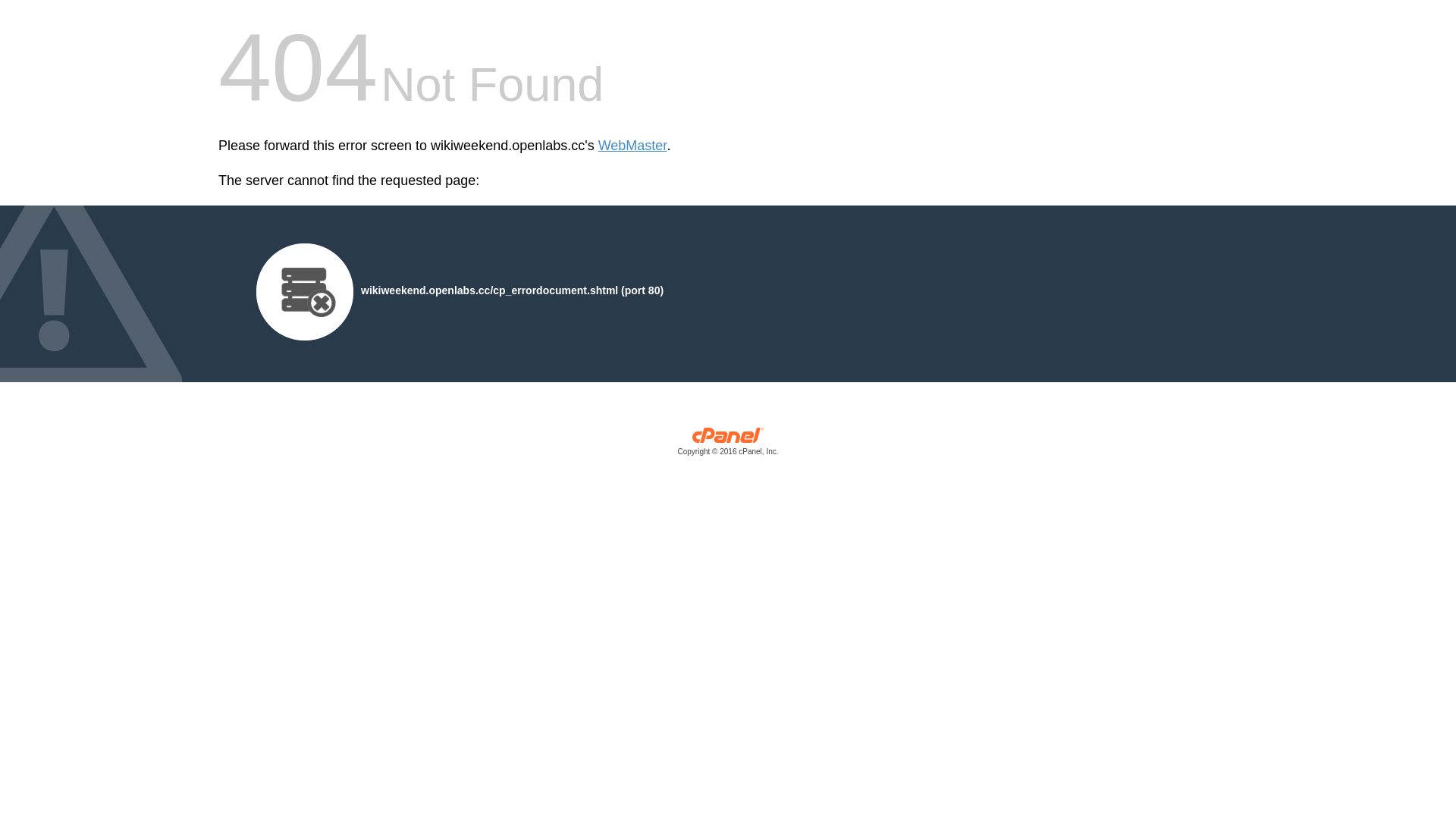 Image resolution: width=1456 pixels, height=819 pixels. Describe the element at coordinates (632, 146) in the screenshot. I see `'WebMaster'` at that location.